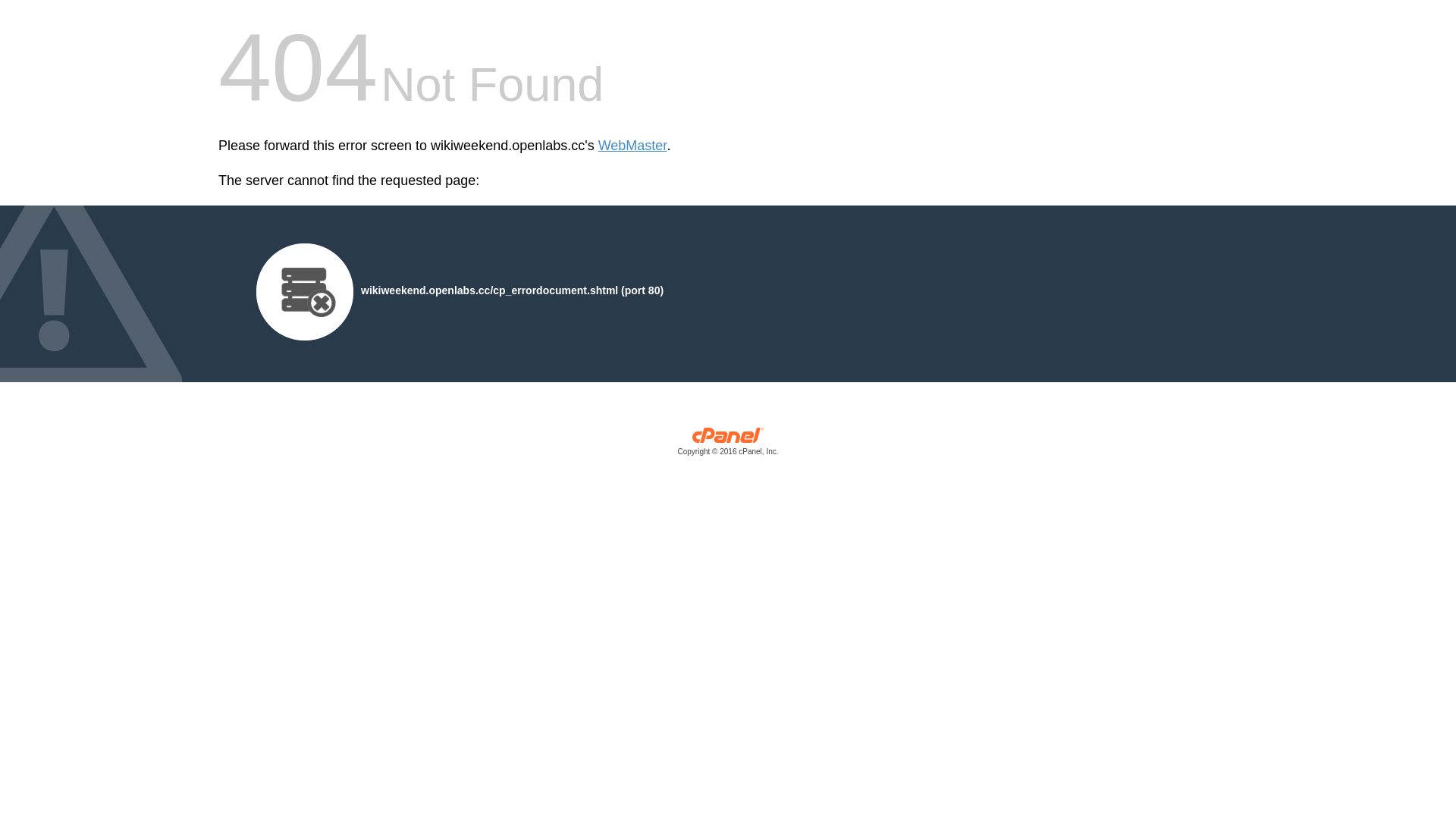 Image resolution: width=1456 pixels, height=819 pixels. Describe the element at coordinates (632, 146) in the screenshot. I see `'WebMaster'` at that location.